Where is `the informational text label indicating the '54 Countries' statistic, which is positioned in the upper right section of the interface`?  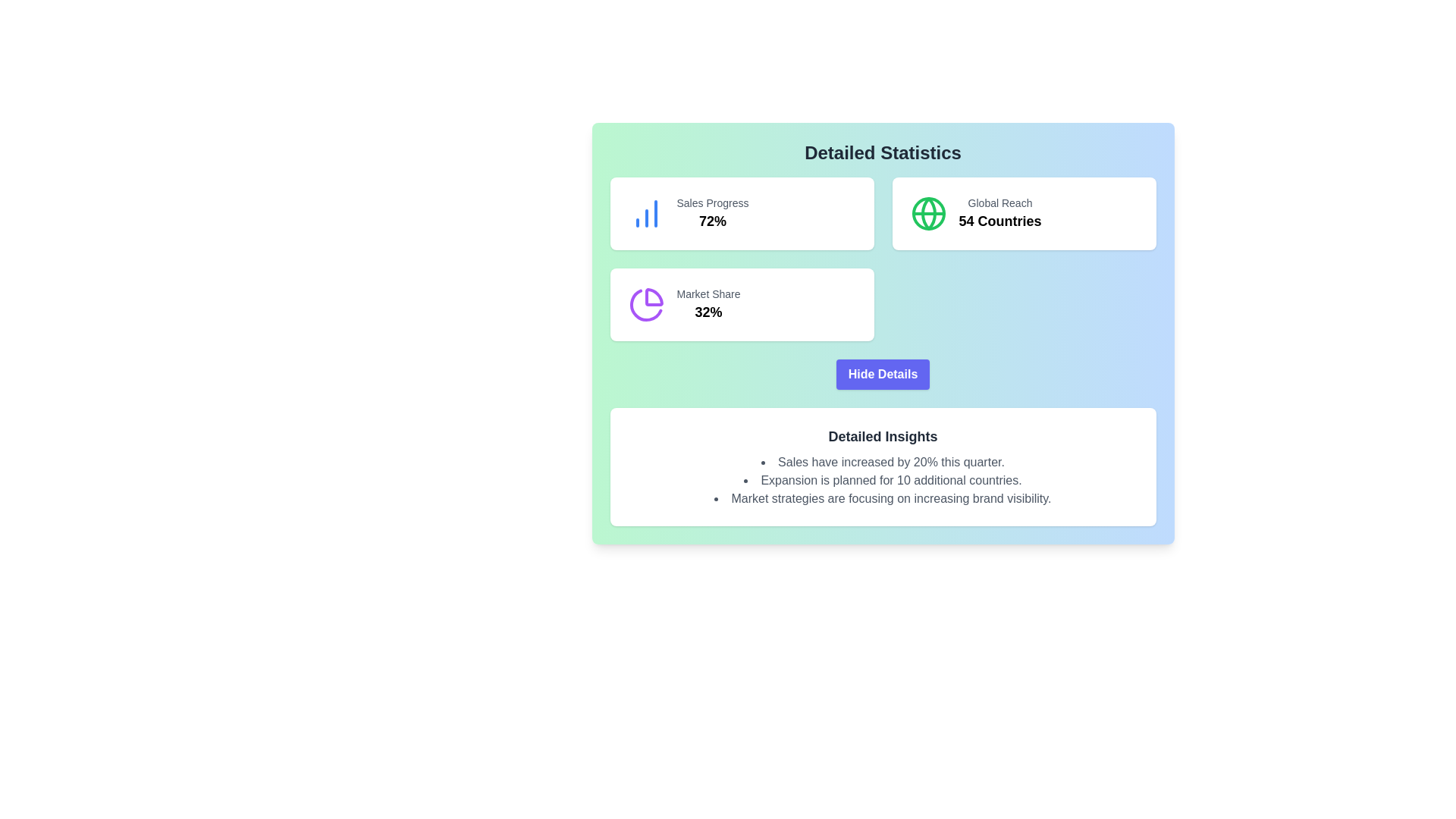
the informational text label indicating the '54 Countries' statistic, which is positioned in the upper right section of the interface is located at coordinates (1000, 202).